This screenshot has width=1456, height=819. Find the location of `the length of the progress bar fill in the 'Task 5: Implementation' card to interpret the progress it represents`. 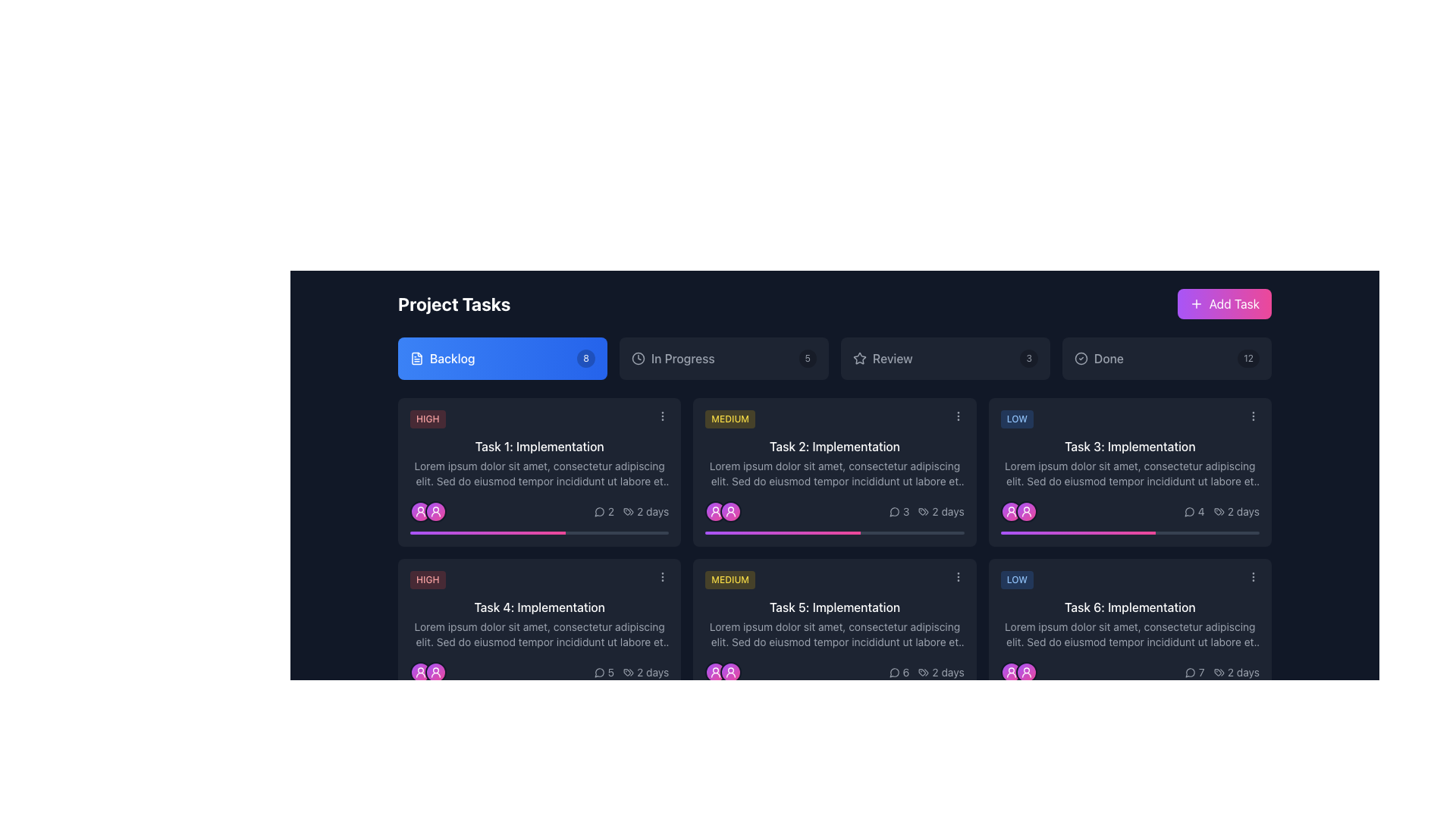

the length of the progress bar fill in the 'Task 5: Implementation' card to interpret the progress it represents is located at coordinates (783, 693).